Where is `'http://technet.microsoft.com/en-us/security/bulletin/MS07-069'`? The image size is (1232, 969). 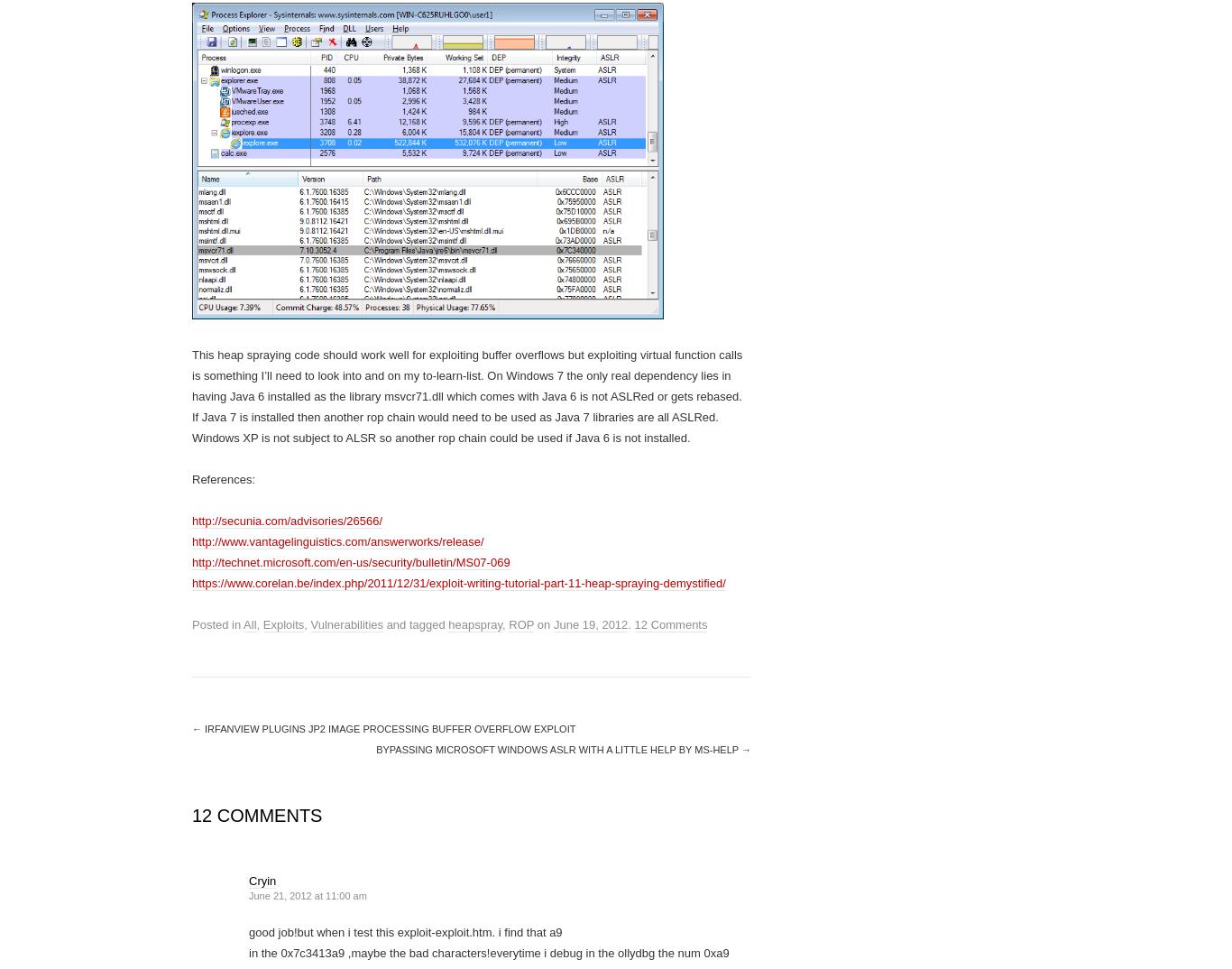 'http://technet.microsoft.com/en-us/security/bulletin/MS07-069' is located at coordinates (350, 562).